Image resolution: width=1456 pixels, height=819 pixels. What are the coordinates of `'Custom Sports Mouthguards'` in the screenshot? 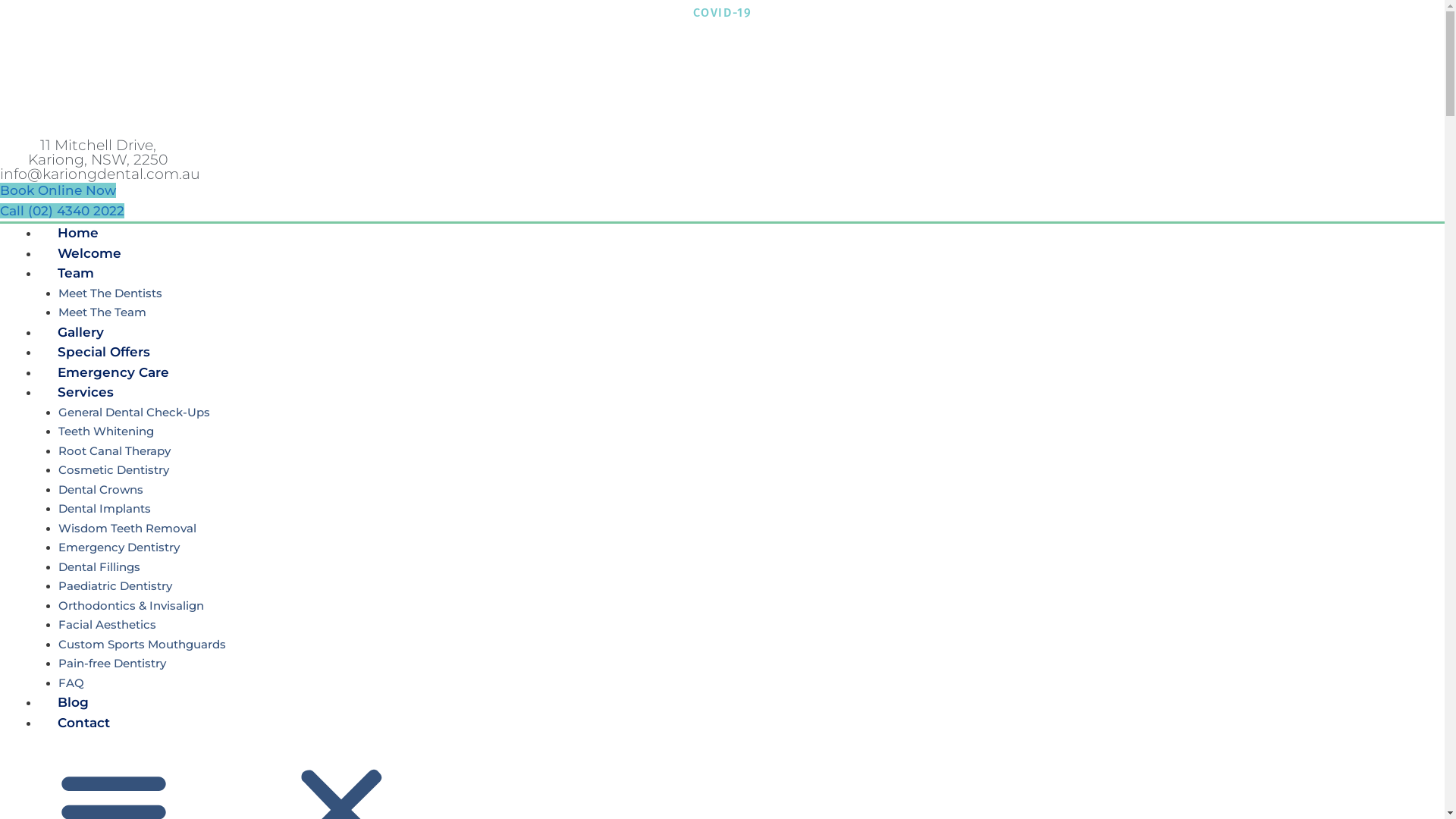 It's located at (141, 644).